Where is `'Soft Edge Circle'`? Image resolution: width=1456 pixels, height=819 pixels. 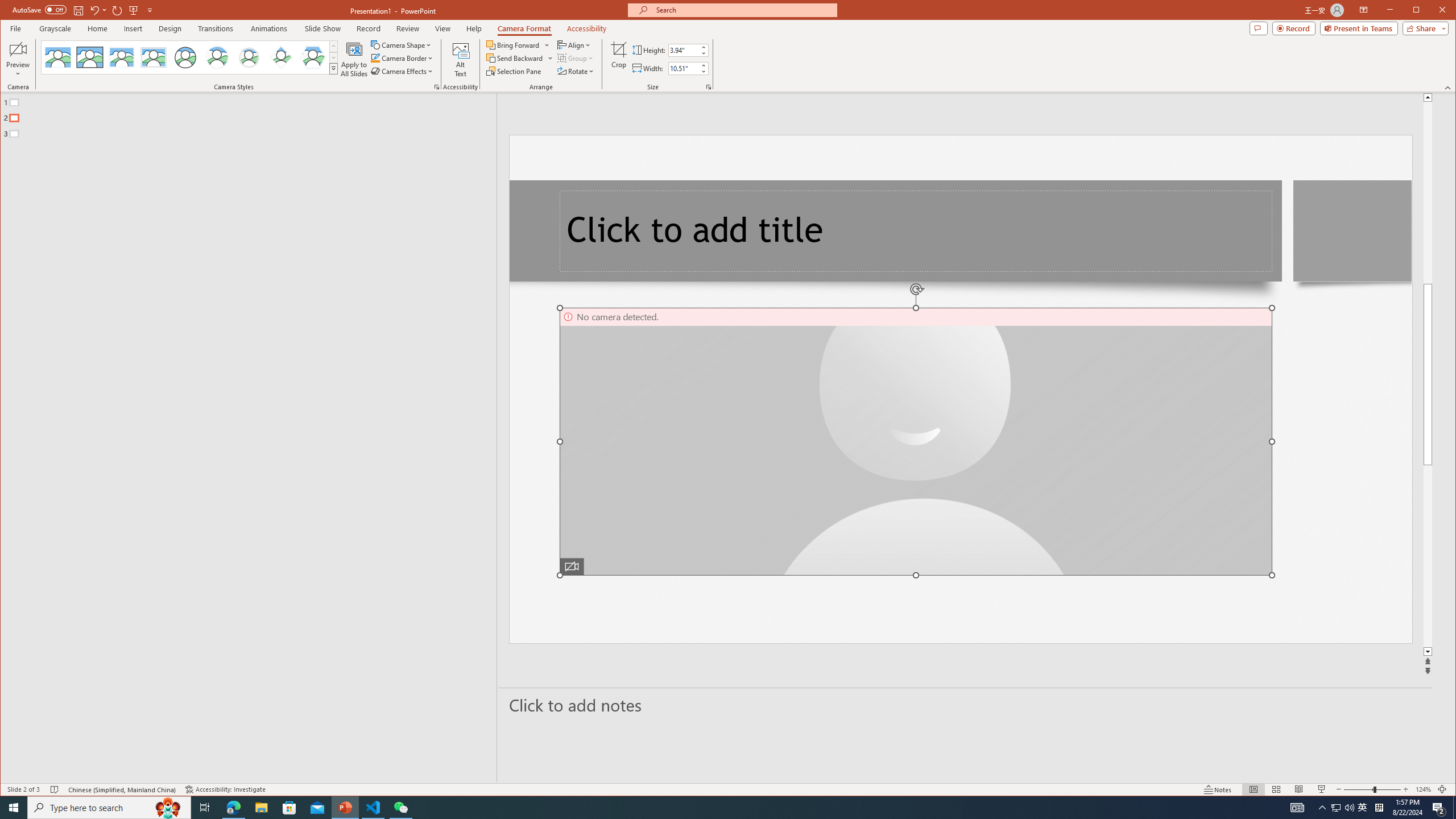 'Soft Edge Circle' is located at coordinates (248, 57).